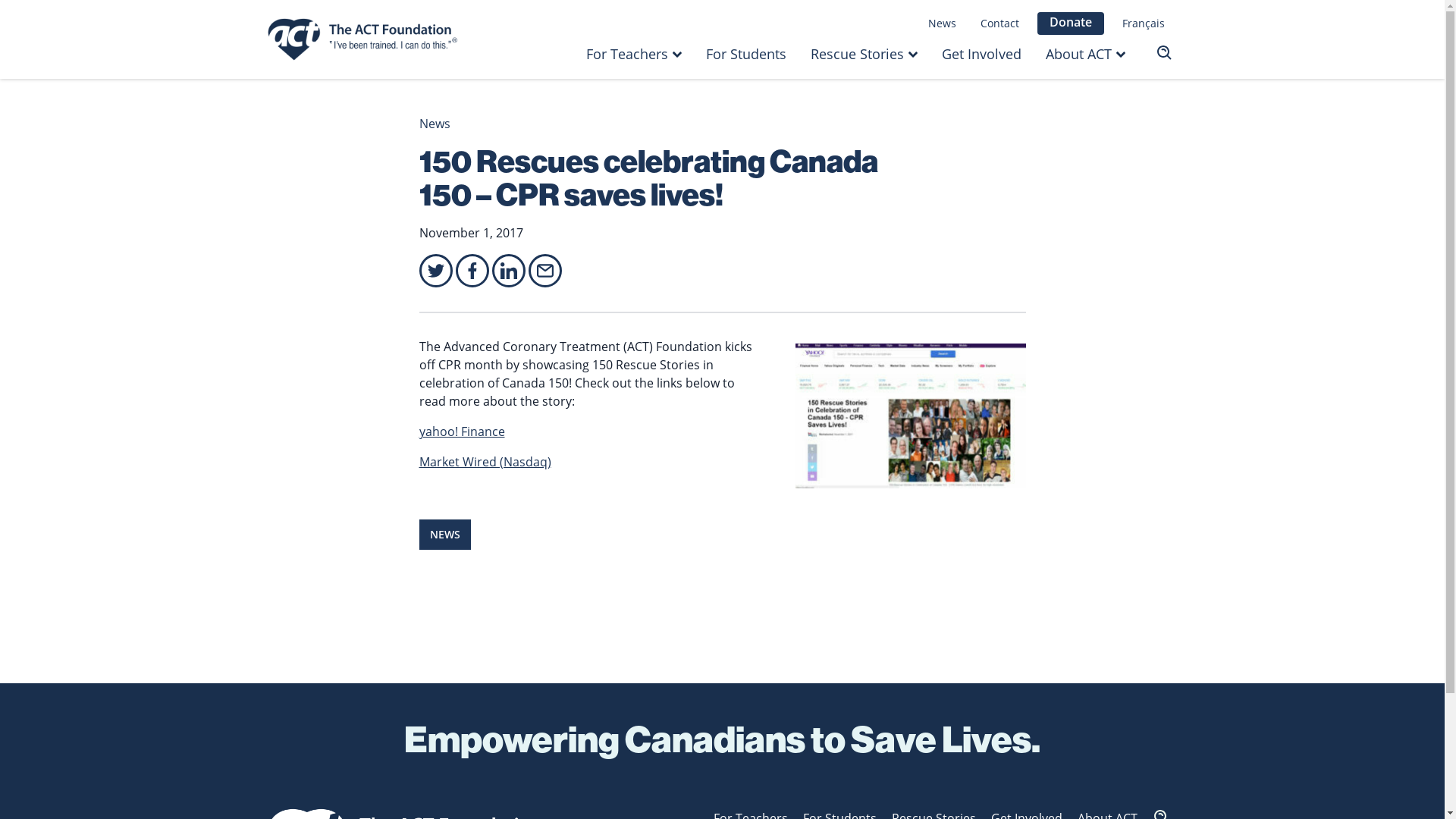 The height and width of the screenshot is (819, 1456). I want to click on 'Search', so click(1156, 52).